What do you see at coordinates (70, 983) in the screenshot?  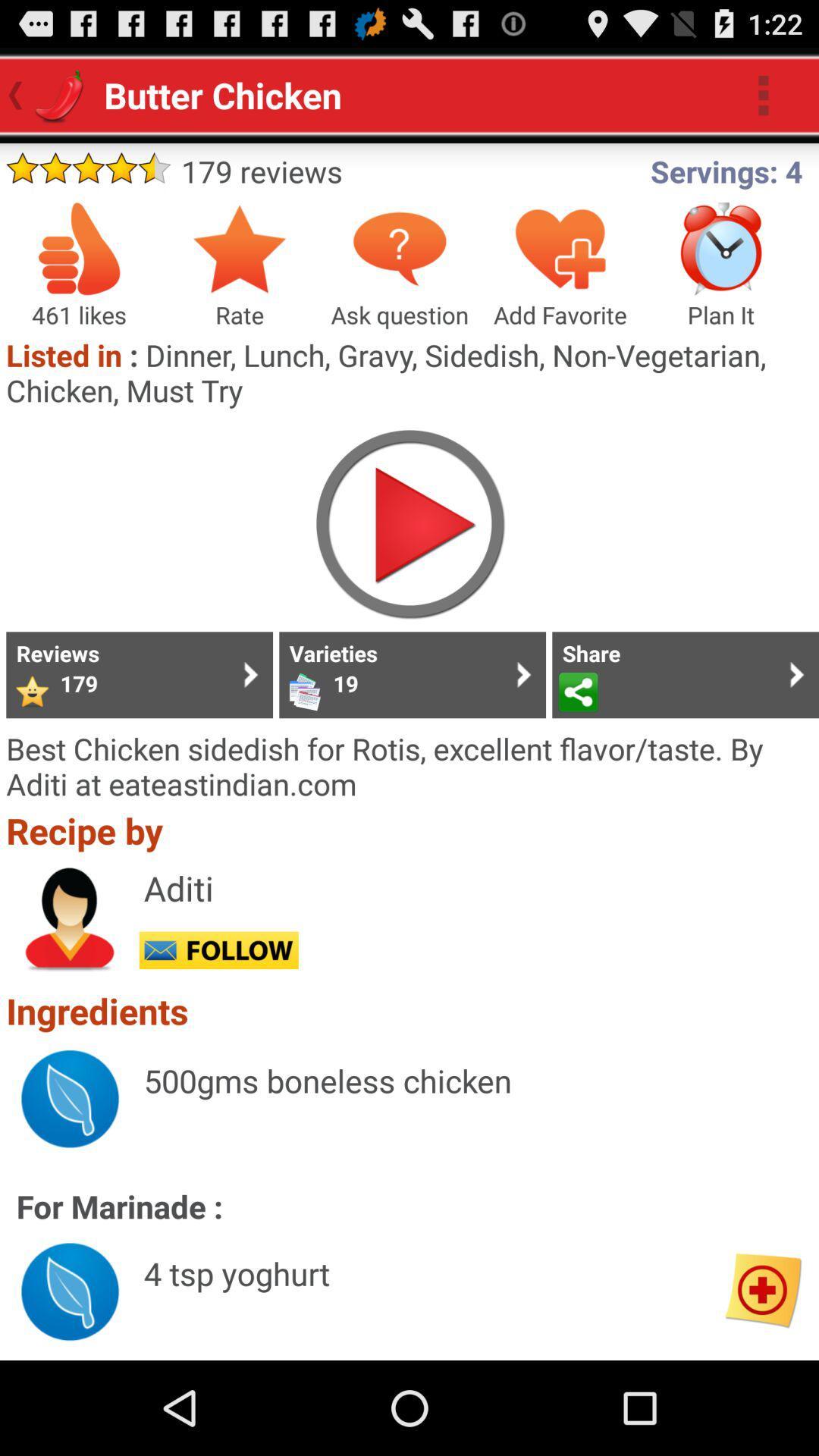 I see `the avatar icon` at bounding box center [70, 983].